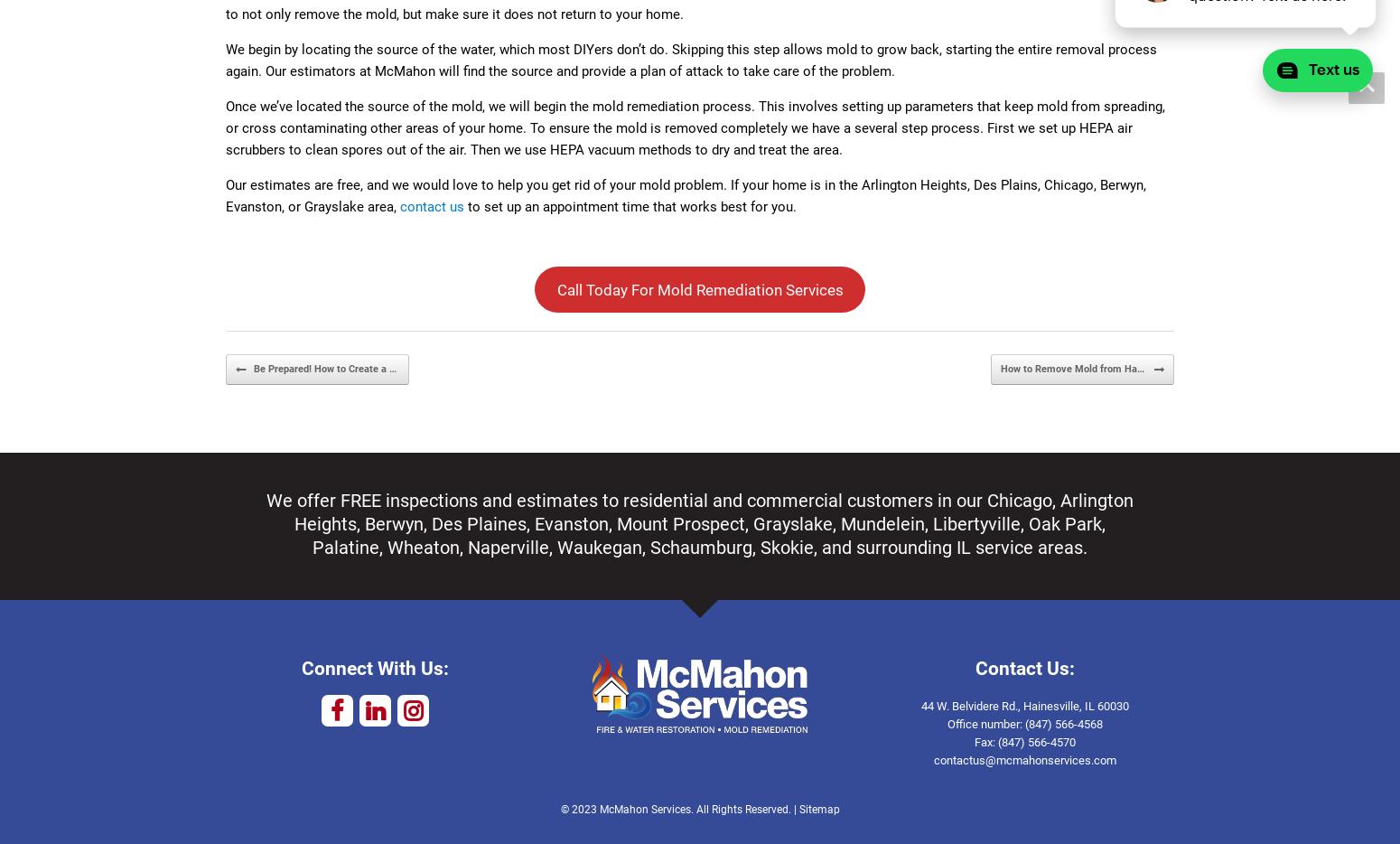 This screenshot has width=1400, height=844. I want to click on '2023 McMahon Services. All Rights Reserved. |', so click(684, 809).